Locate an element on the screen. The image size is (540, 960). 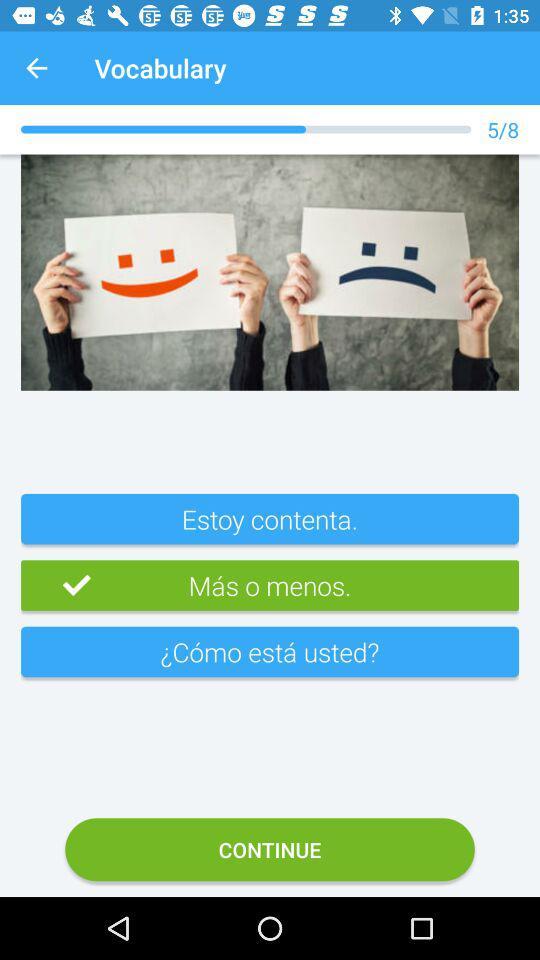
the right mark is located at coordinates (55, 585).